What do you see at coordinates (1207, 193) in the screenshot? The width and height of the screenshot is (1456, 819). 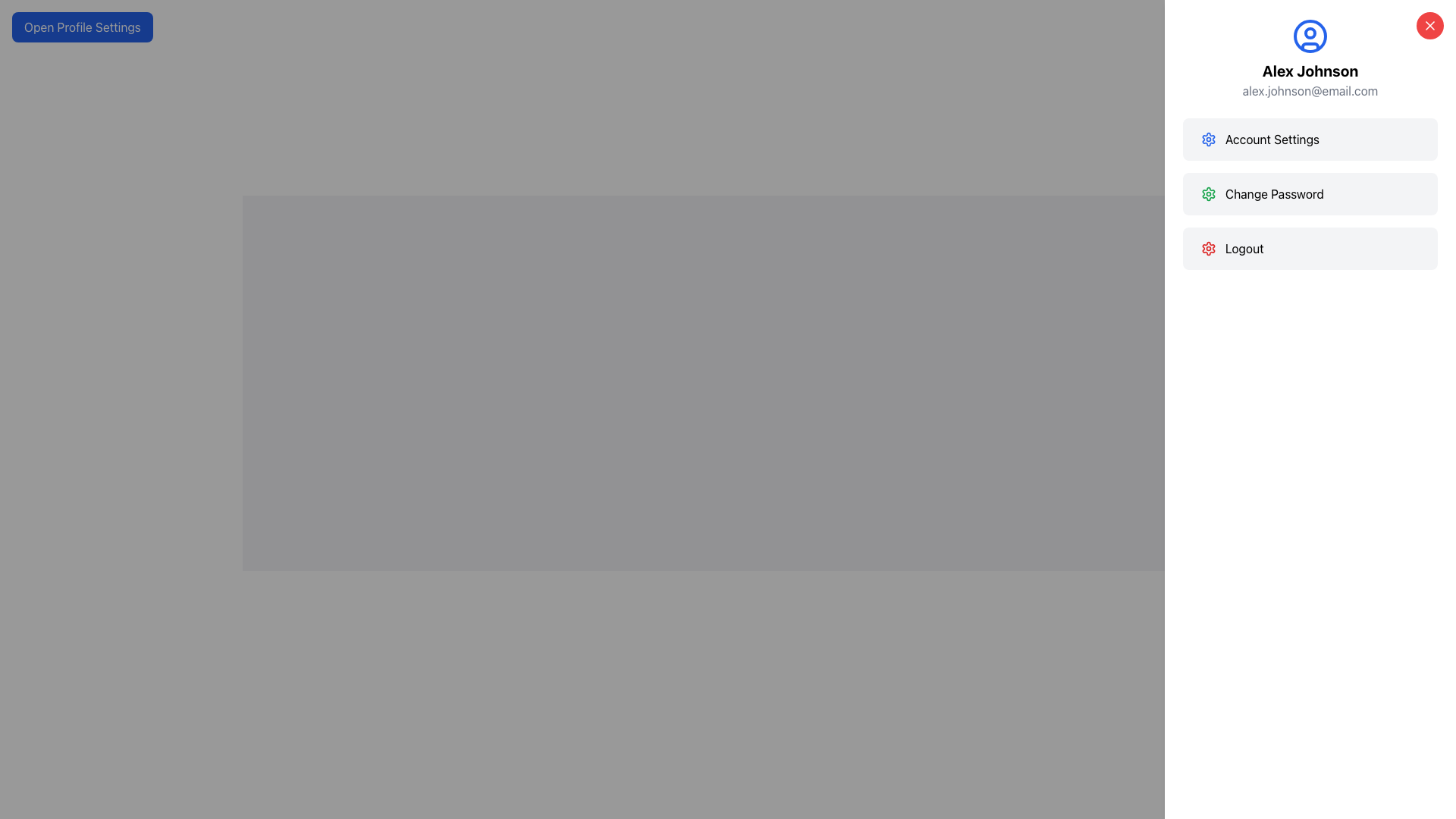 I see `the gear-shaped icon with green teeth and a red inner circular region, located adjacent to the 'Logout' text in the settings options panel` at bounding box center [1207, 193].